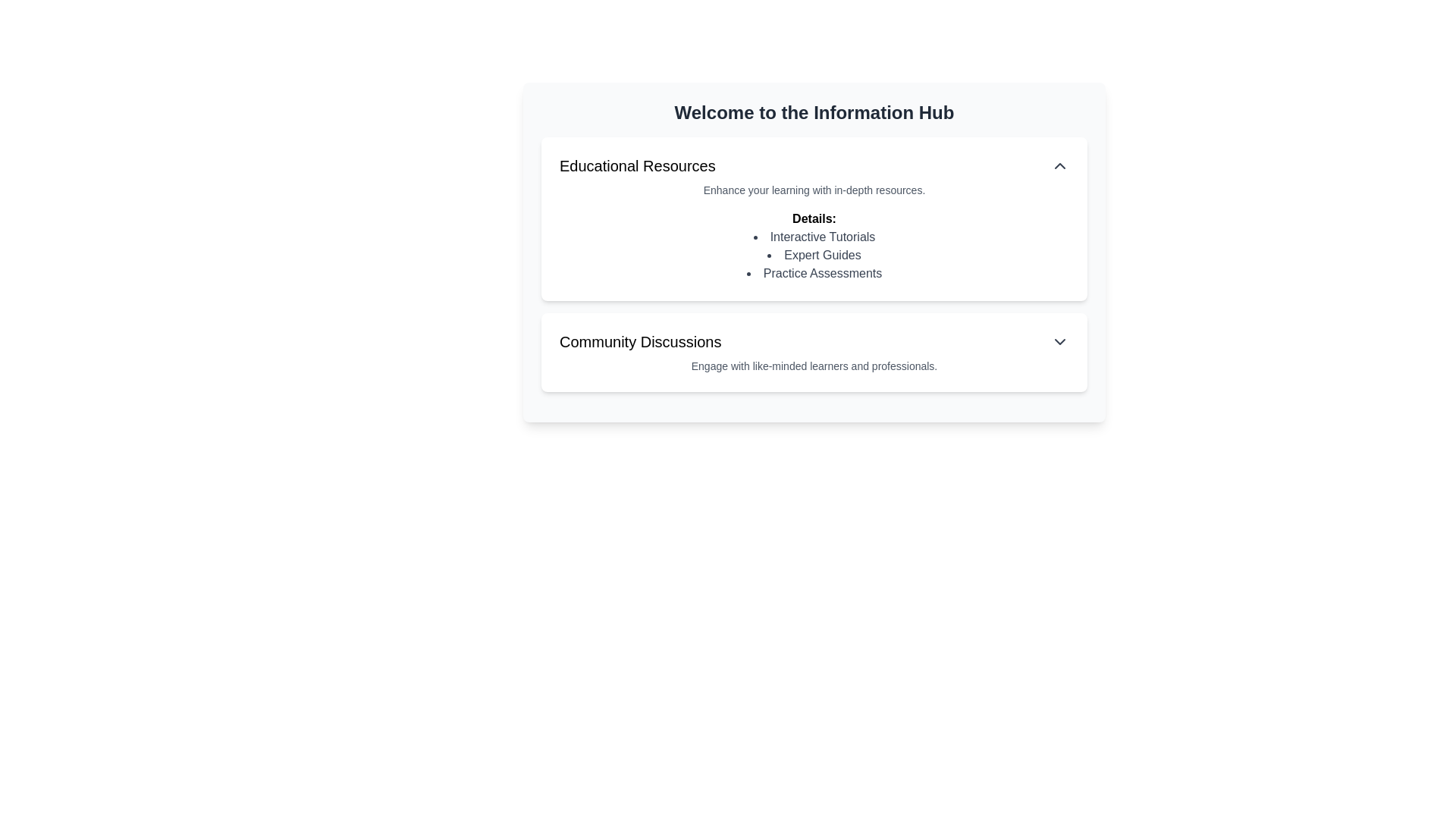  I want to click on the text label displaying 'Practice Assessments' in the bulleted list under 'Details' in the 'Educational Resources' section, so click(814, 274).